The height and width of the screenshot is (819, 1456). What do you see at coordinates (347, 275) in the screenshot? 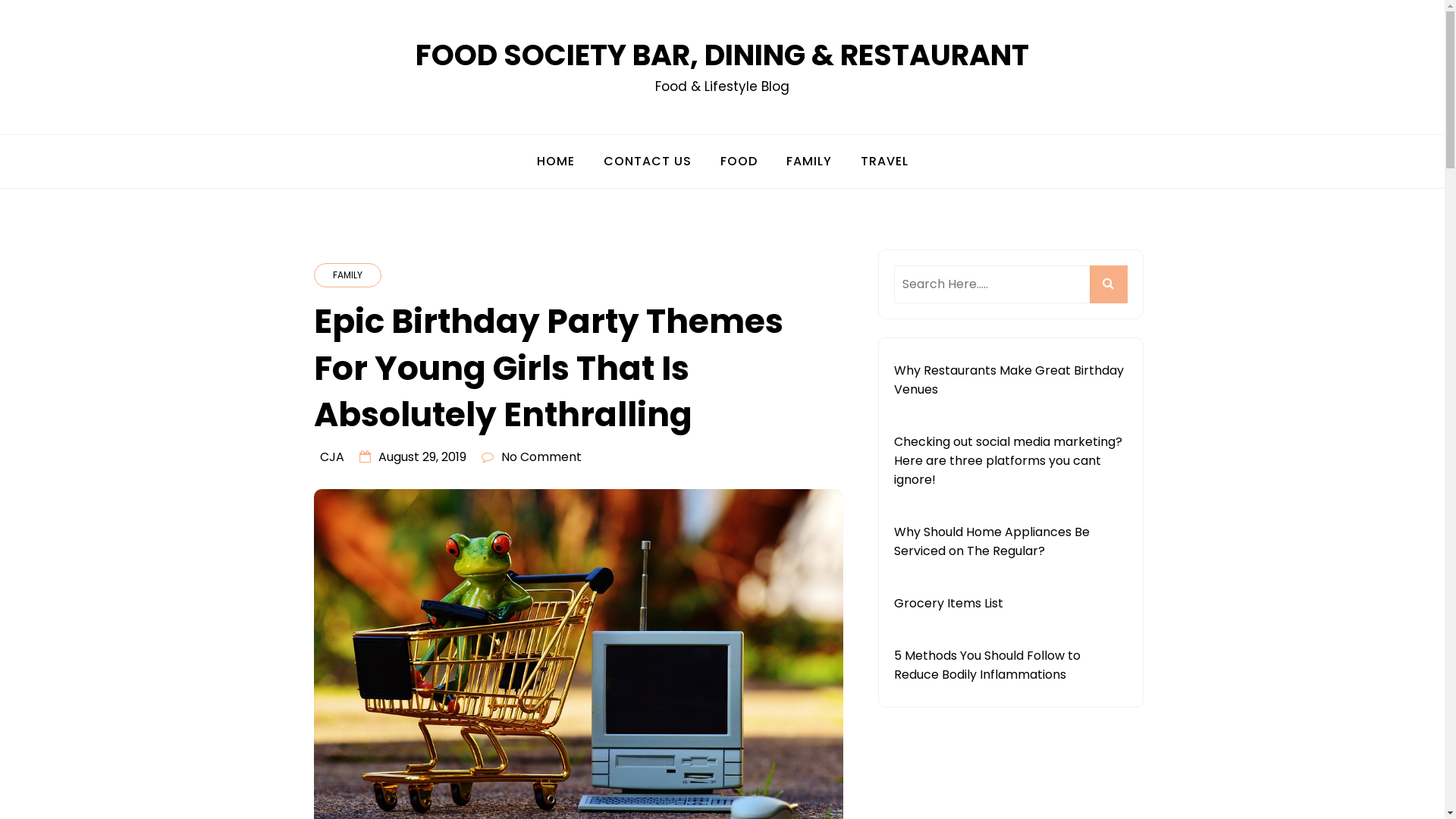
I see `'FAMILY'` at bounding box center [347, 275].